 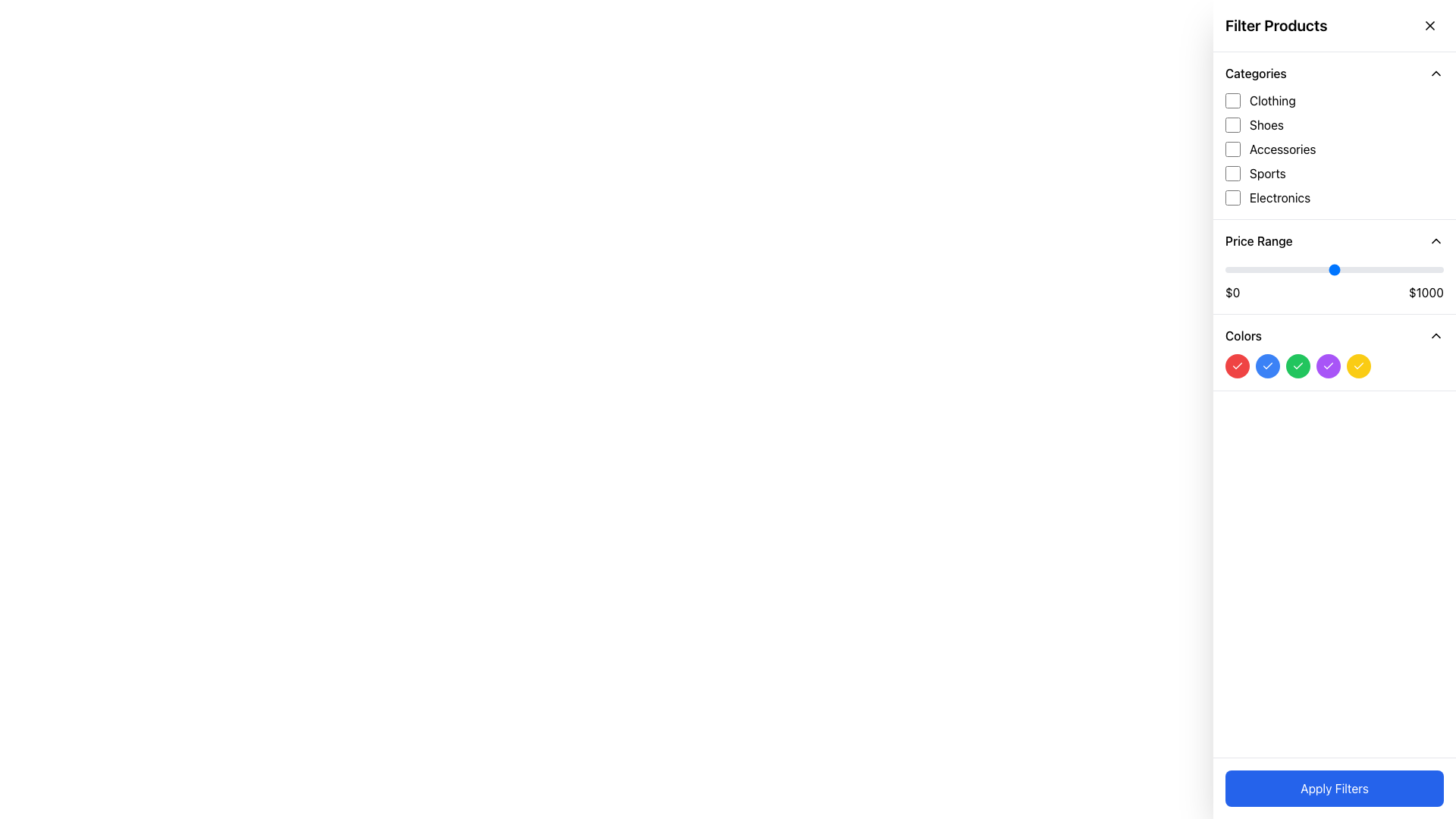 What do you see at coordinates (1412, 268) in the screenshot?
I see `the price range slider` at bounding box center [1412, 268].